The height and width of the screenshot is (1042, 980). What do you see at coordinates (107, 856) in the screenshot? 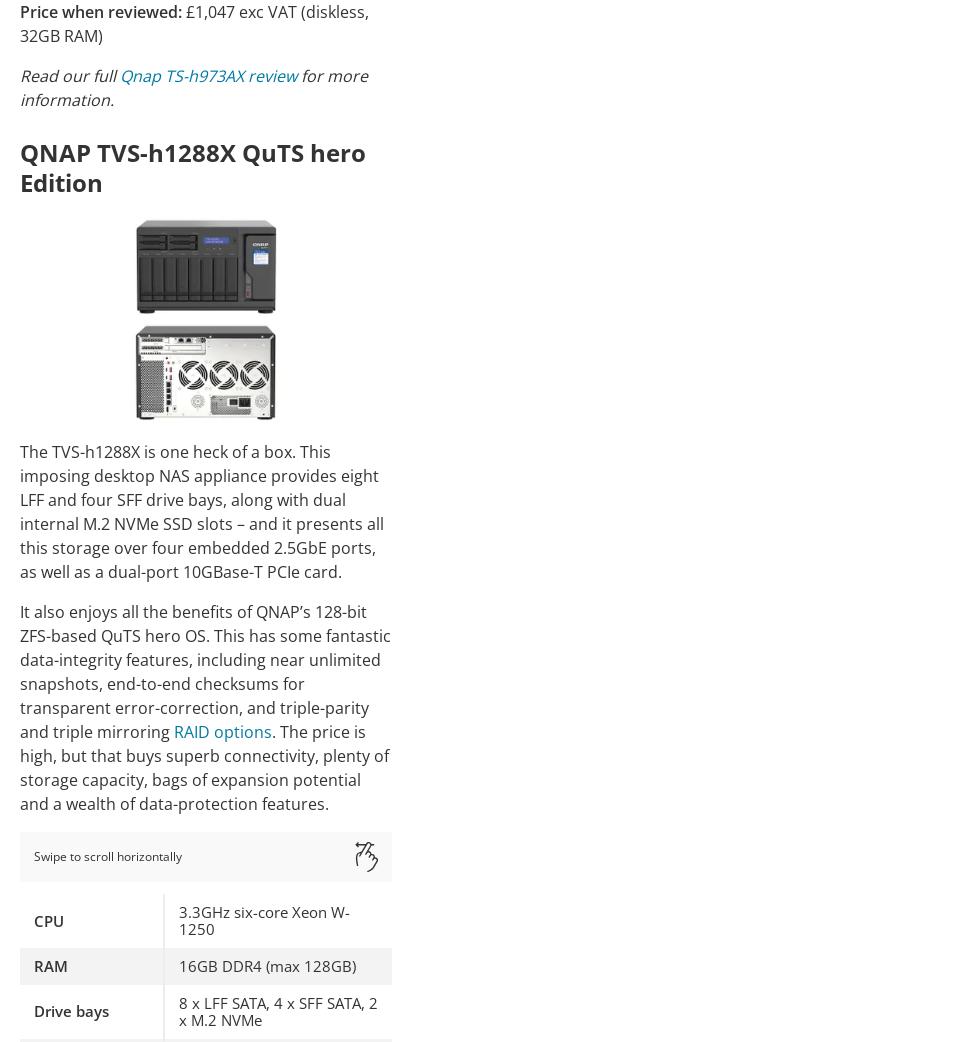
I see `'Swipe to scroll horizontally'` at bounding box center [107, 856].